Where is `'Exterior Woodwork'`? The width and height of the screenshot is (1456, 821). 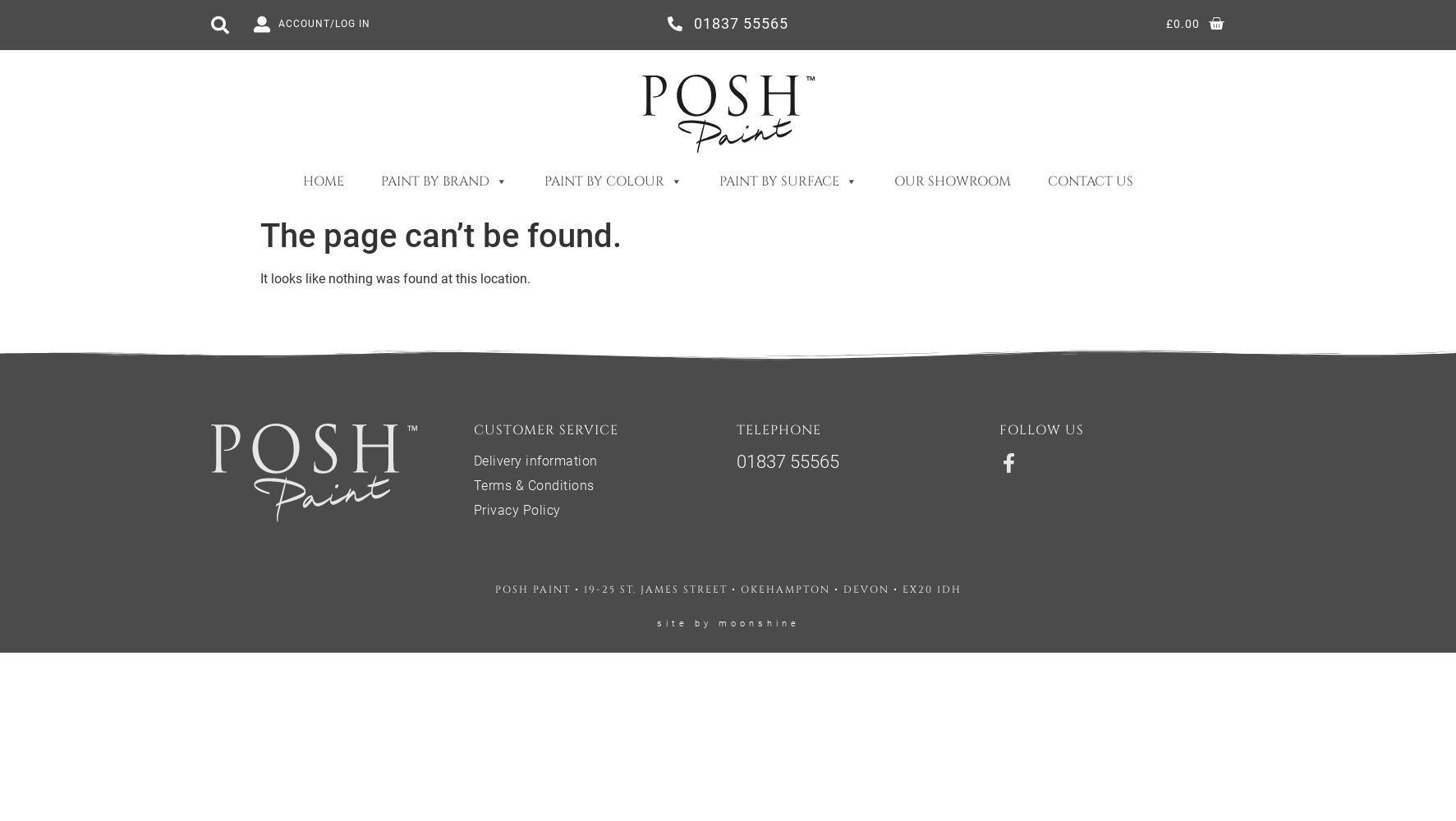 'Exterior Woodwork' is located at coordinates (816, 237).